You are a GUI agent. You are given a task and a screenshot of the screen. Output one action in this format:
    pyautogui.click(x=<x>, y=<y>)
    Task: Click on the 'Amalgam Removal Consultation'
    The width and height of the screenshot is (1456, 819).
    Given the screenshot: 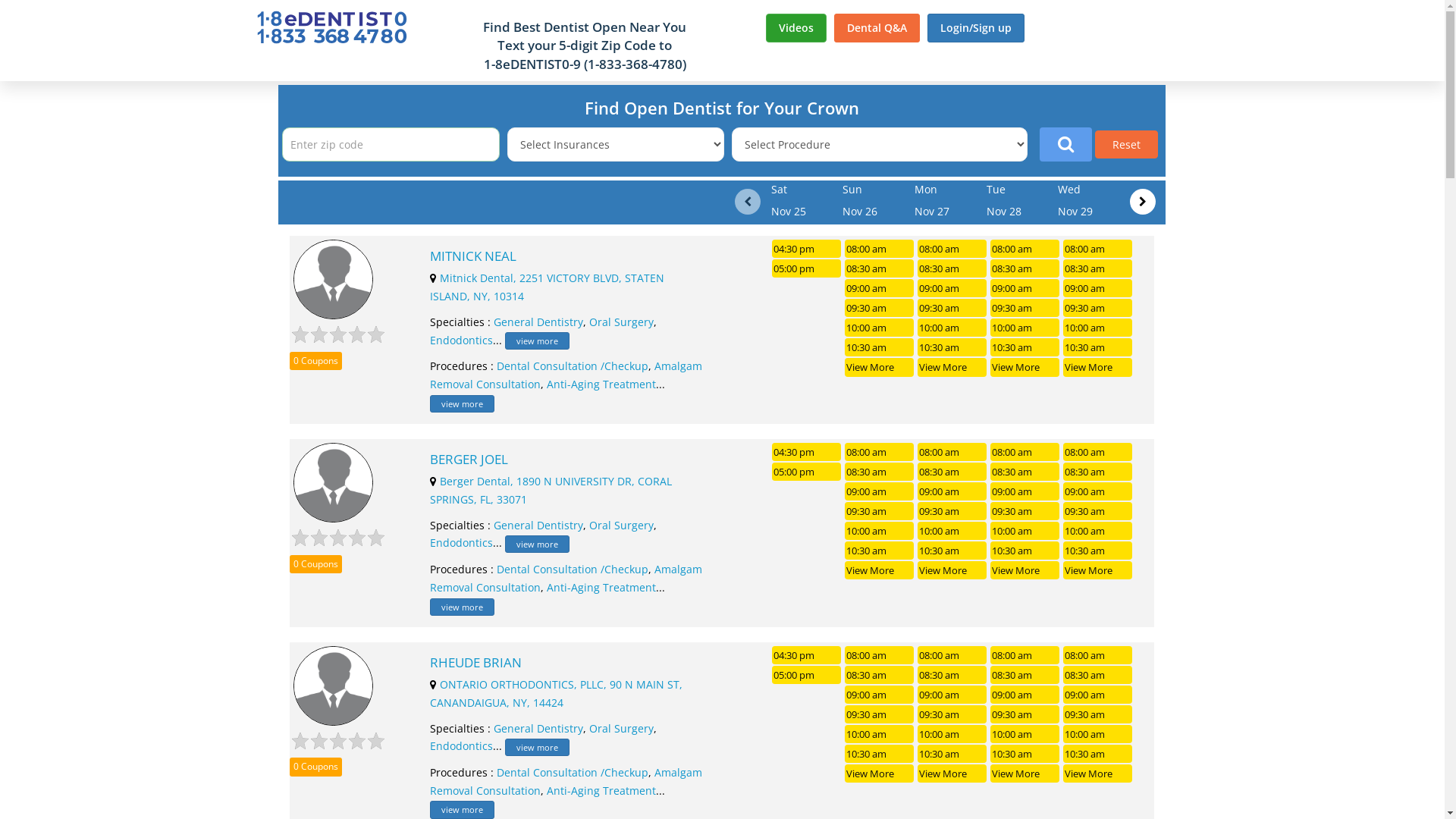 What is the action you would take?
    pyautogui.click(x=565, y=375)
    